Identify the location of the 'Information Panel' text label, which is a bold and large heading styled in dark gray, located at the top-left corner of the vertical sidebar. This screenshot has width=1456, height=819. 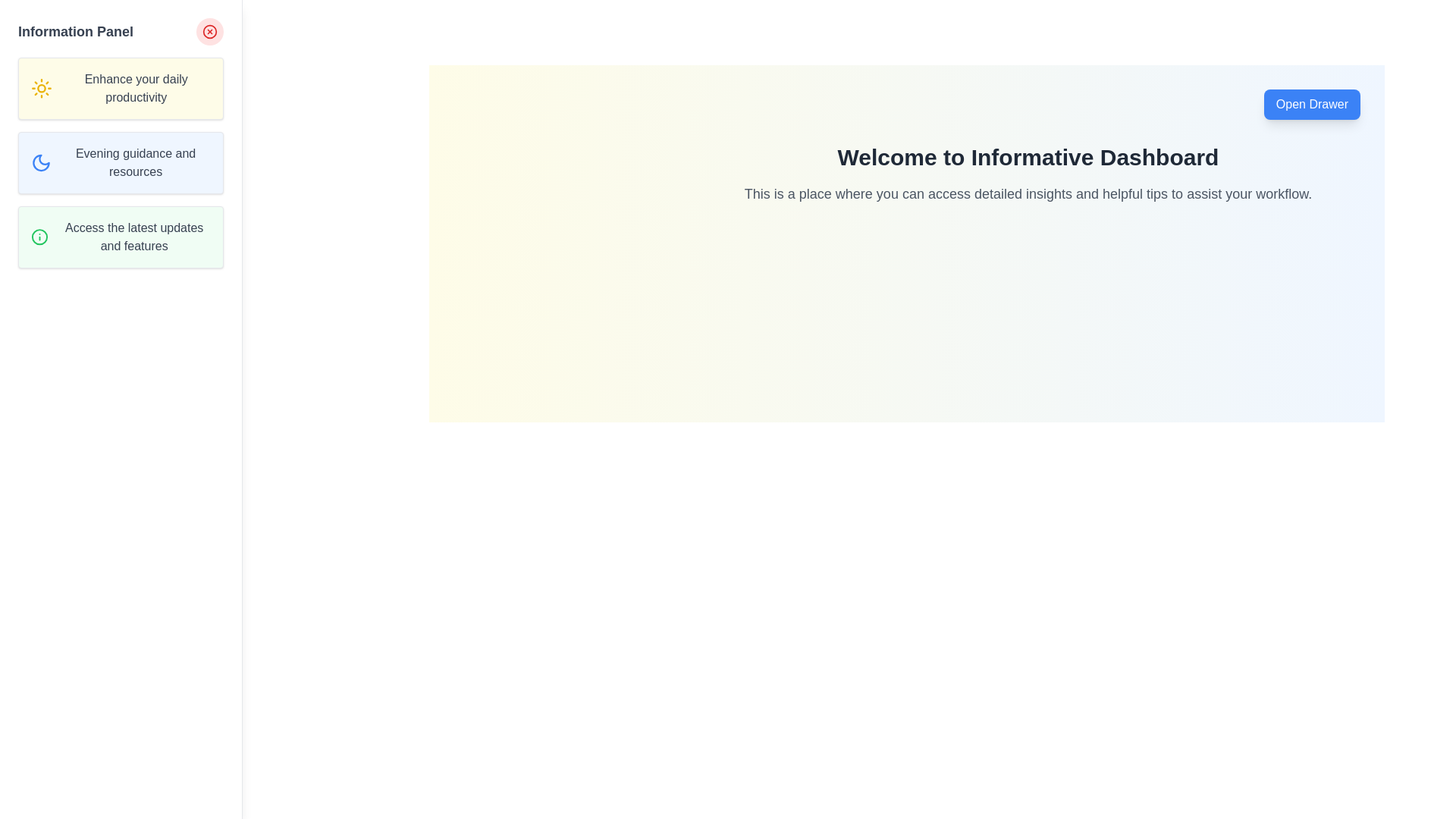
(75, 32).